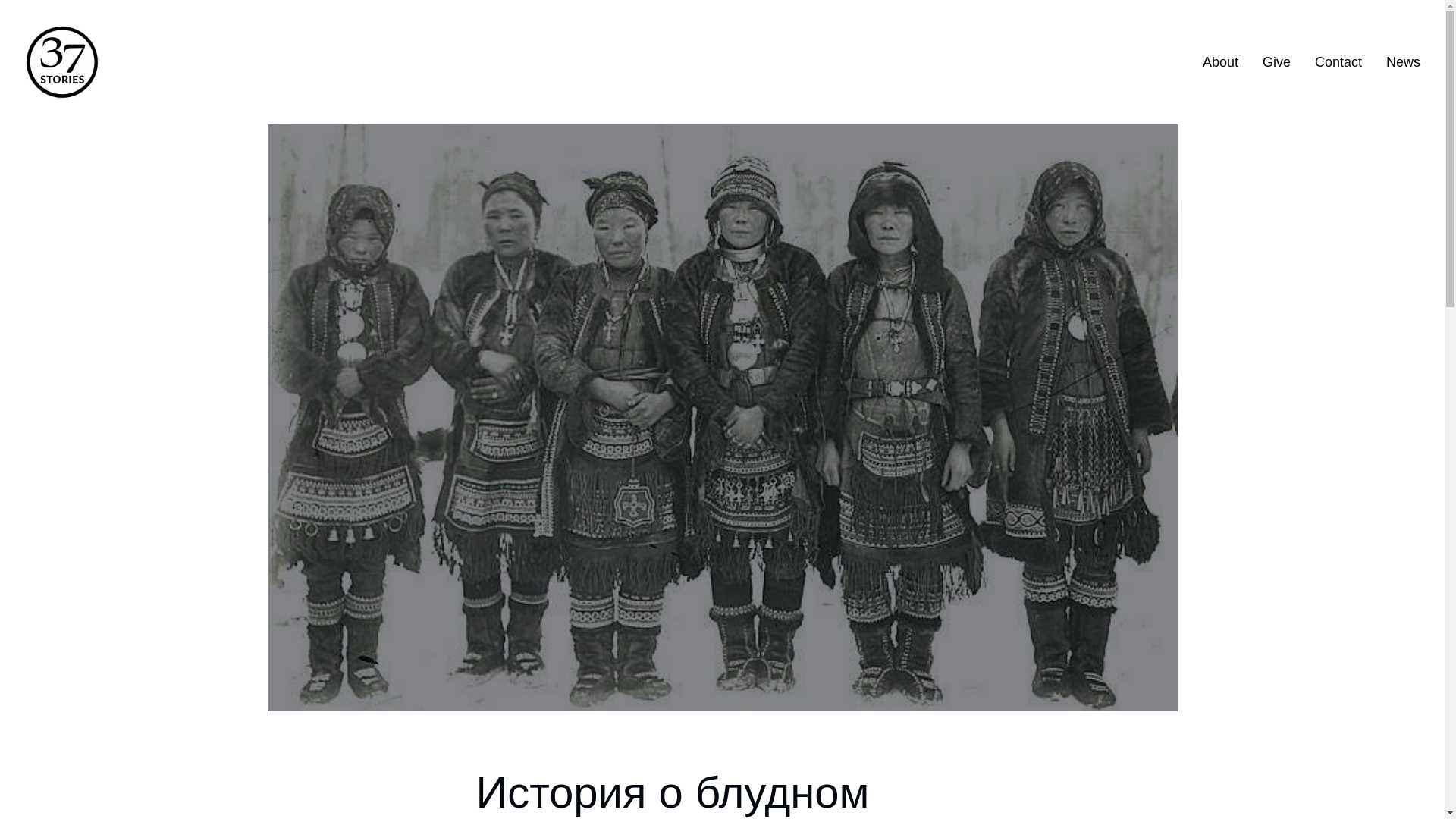  What do you see at coordinates (1220, 61) in the screenshot?
I see `'About'` at bounding box center [1220, 61].